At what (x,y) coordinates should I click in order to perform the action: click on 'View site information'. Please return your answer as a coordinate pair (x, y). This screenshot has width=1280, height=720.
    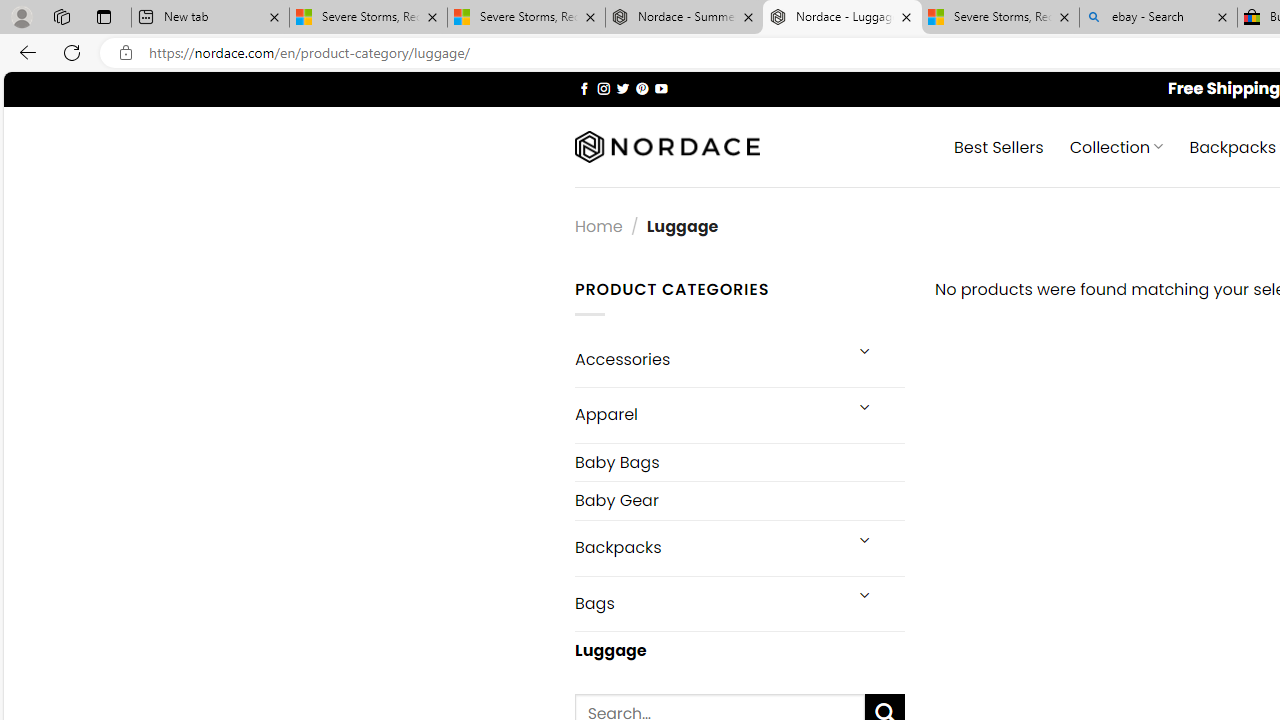
    Looking at the image, I should click on (125, 52).